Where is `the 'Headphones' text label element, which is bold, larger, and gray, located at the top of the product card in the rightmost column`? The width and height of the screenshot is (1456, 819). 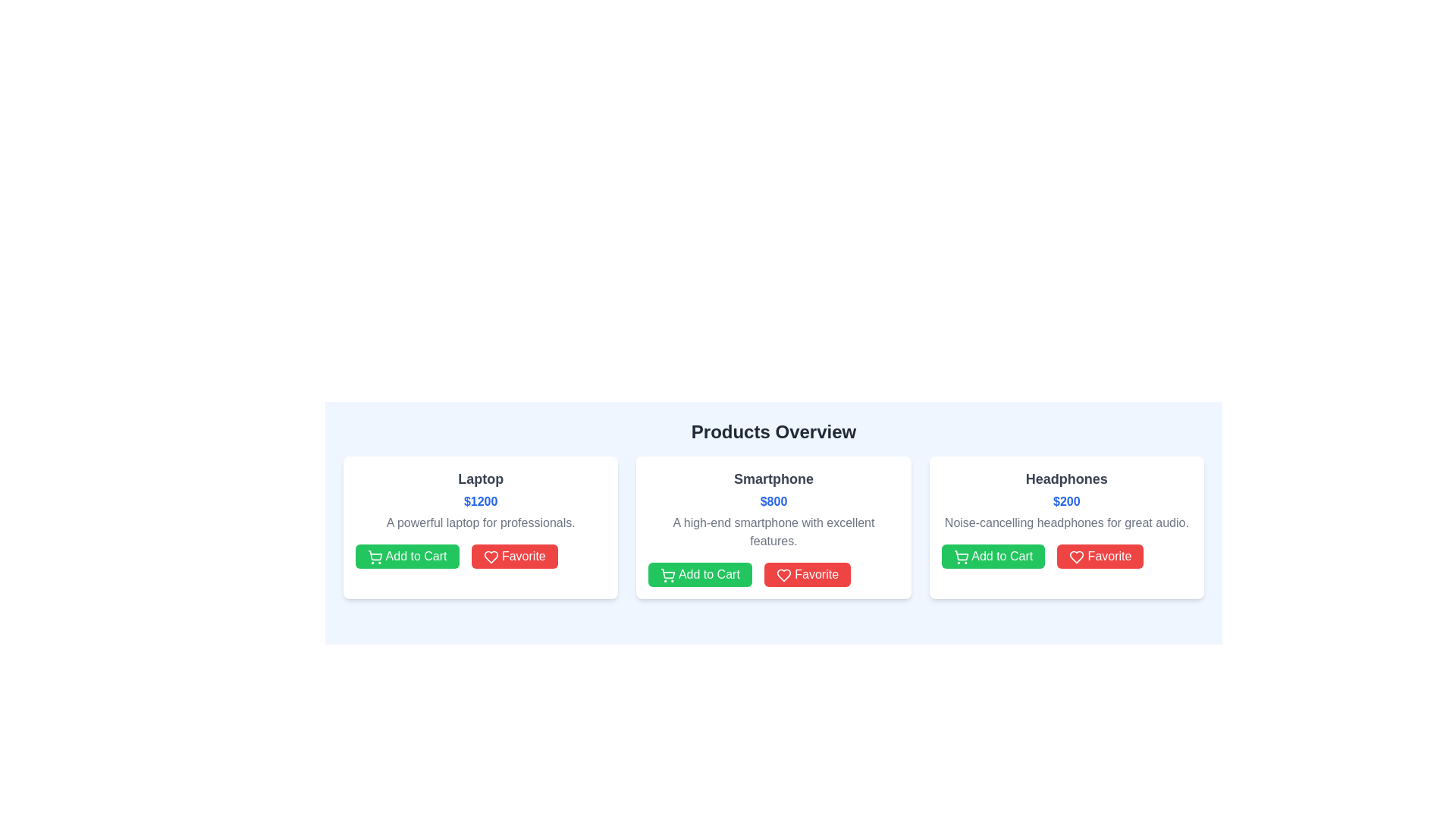 the 'Headphones' text label element, which is bold, larger, and gray, located at the top of the product card in the rightmost column is located at coordinates (1065, 479).